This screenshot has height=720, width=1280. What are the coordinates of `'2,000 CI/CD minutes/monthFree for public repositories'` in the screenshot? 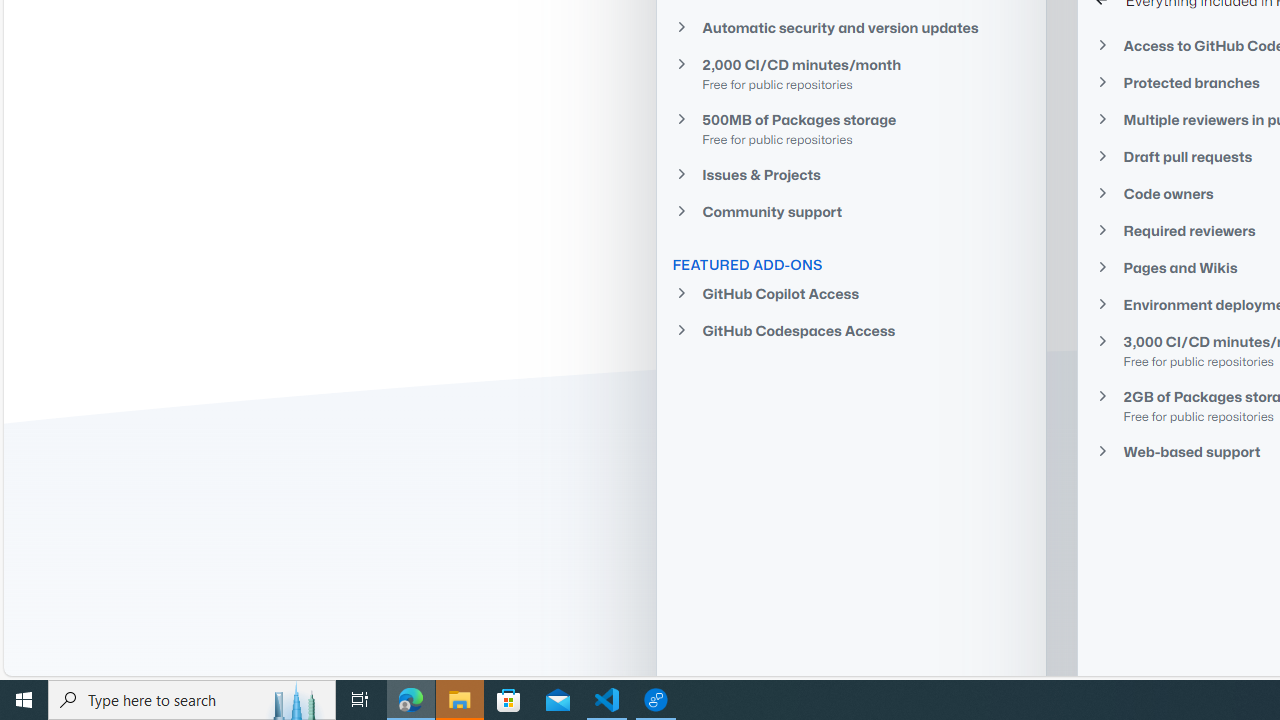 It's located at (851, 72).